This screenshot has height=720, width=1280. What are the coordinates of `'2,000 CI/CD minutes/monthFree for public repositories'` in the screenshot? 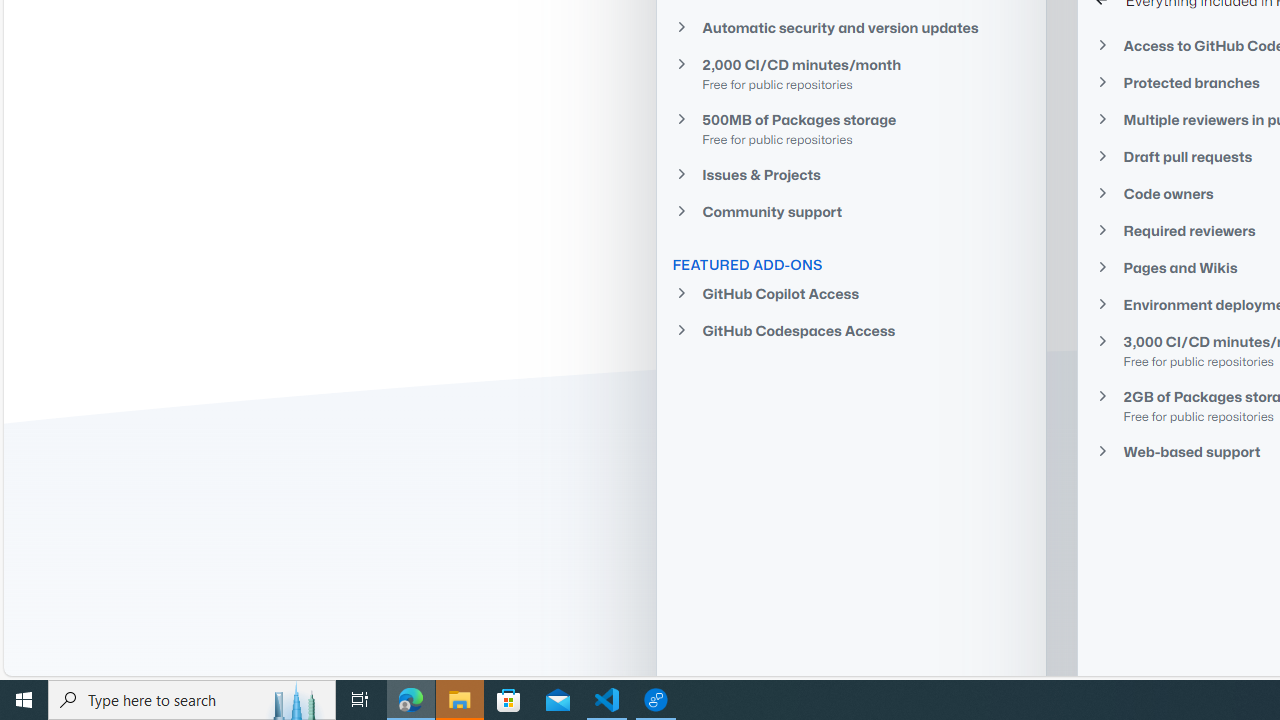 It's located at (851, 72).